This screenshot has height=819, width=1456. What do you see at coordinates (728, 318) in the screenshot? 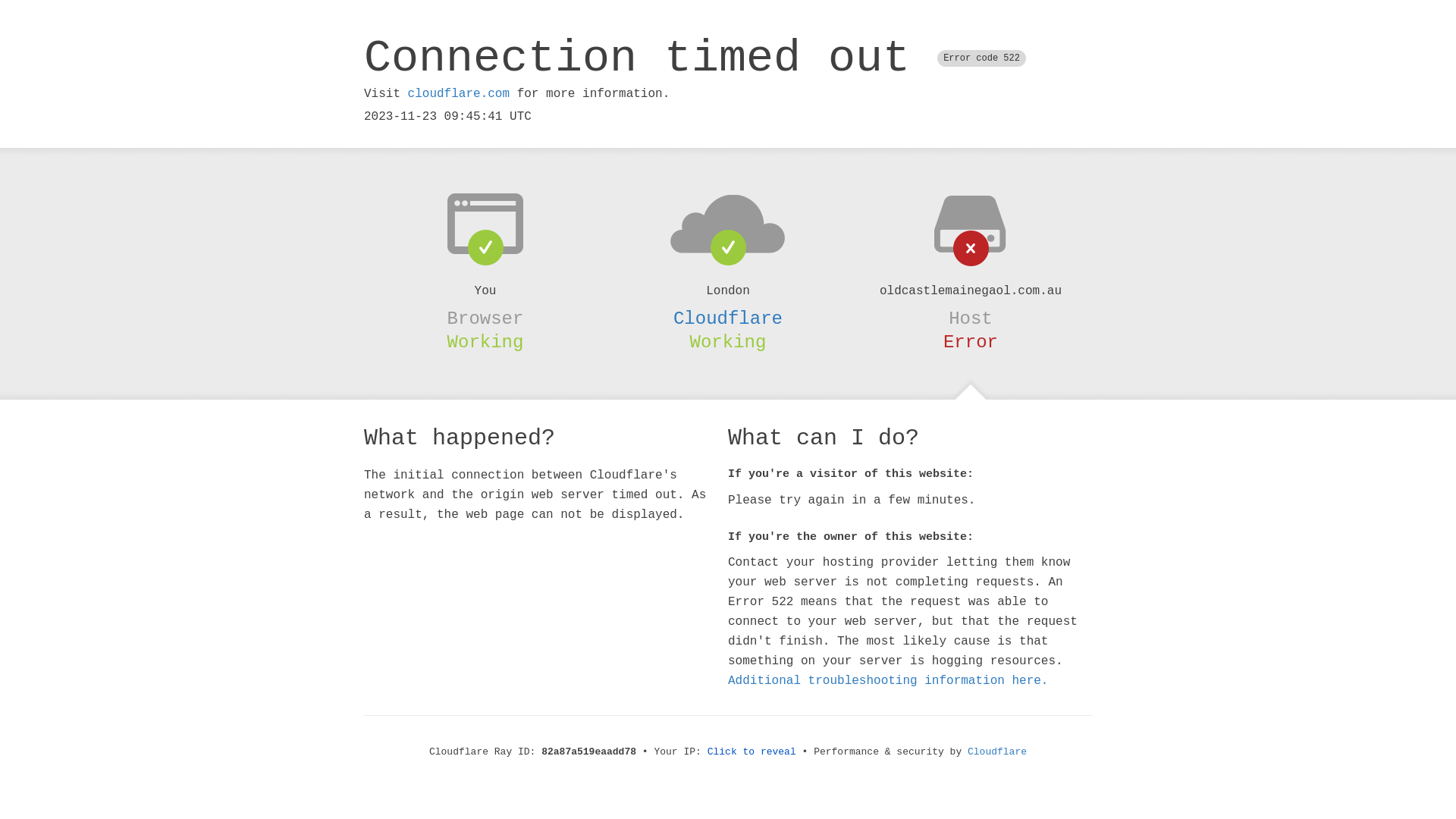
I see `'Cloudflare'` at bounding box center [728, 318].